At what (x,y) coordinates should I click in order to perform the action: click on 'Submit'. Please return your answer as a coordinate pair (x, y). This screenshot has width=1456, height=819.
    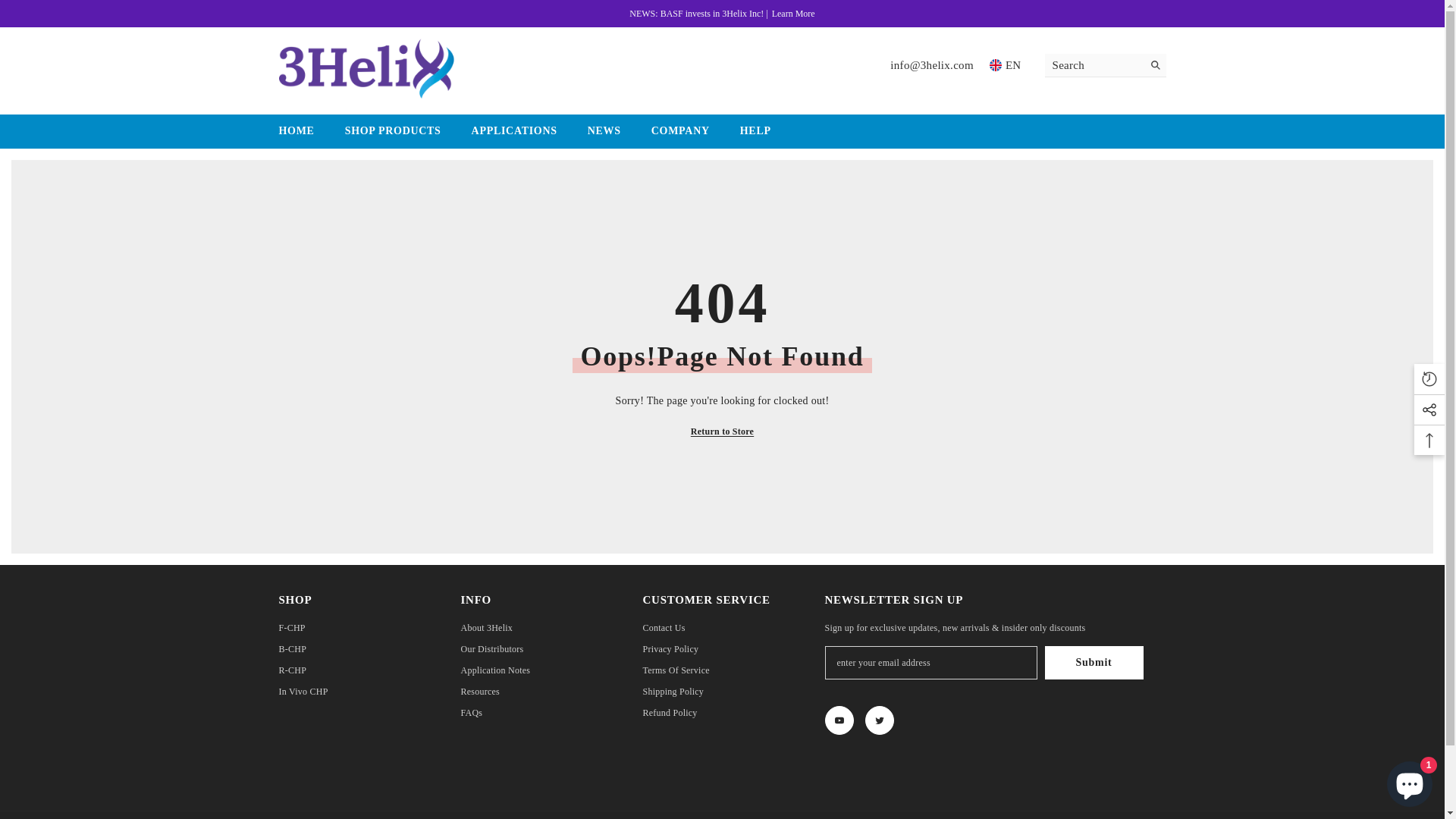
    Looking at the image, I should click on (1094, 662).